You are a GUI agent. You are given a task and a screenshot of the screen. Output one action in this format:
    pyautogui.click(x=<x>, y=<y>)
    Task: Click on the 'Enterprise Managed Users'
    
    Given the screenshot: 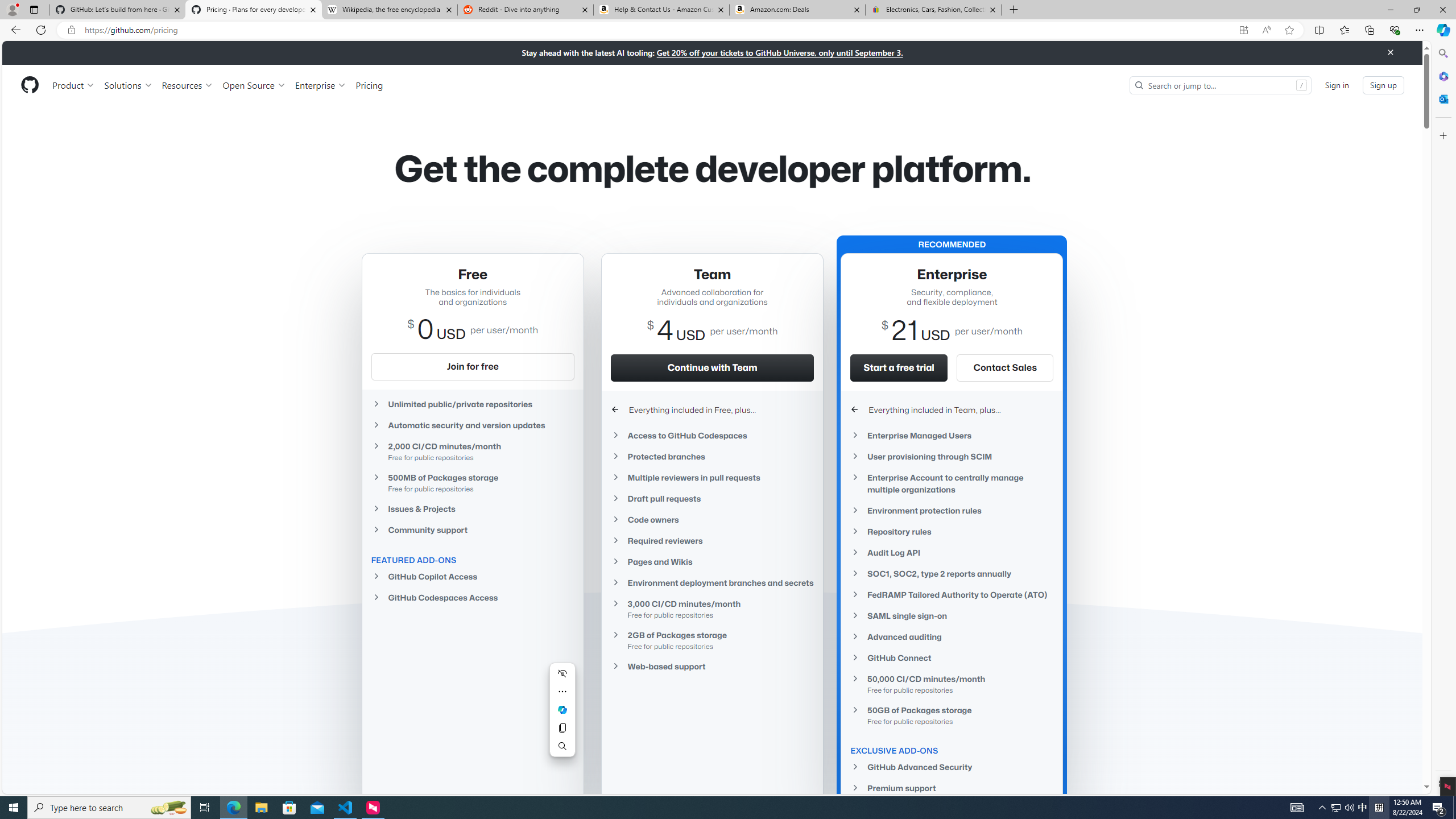 What is the action you would take?
    pyautogui.click(x=952, y=435)
    